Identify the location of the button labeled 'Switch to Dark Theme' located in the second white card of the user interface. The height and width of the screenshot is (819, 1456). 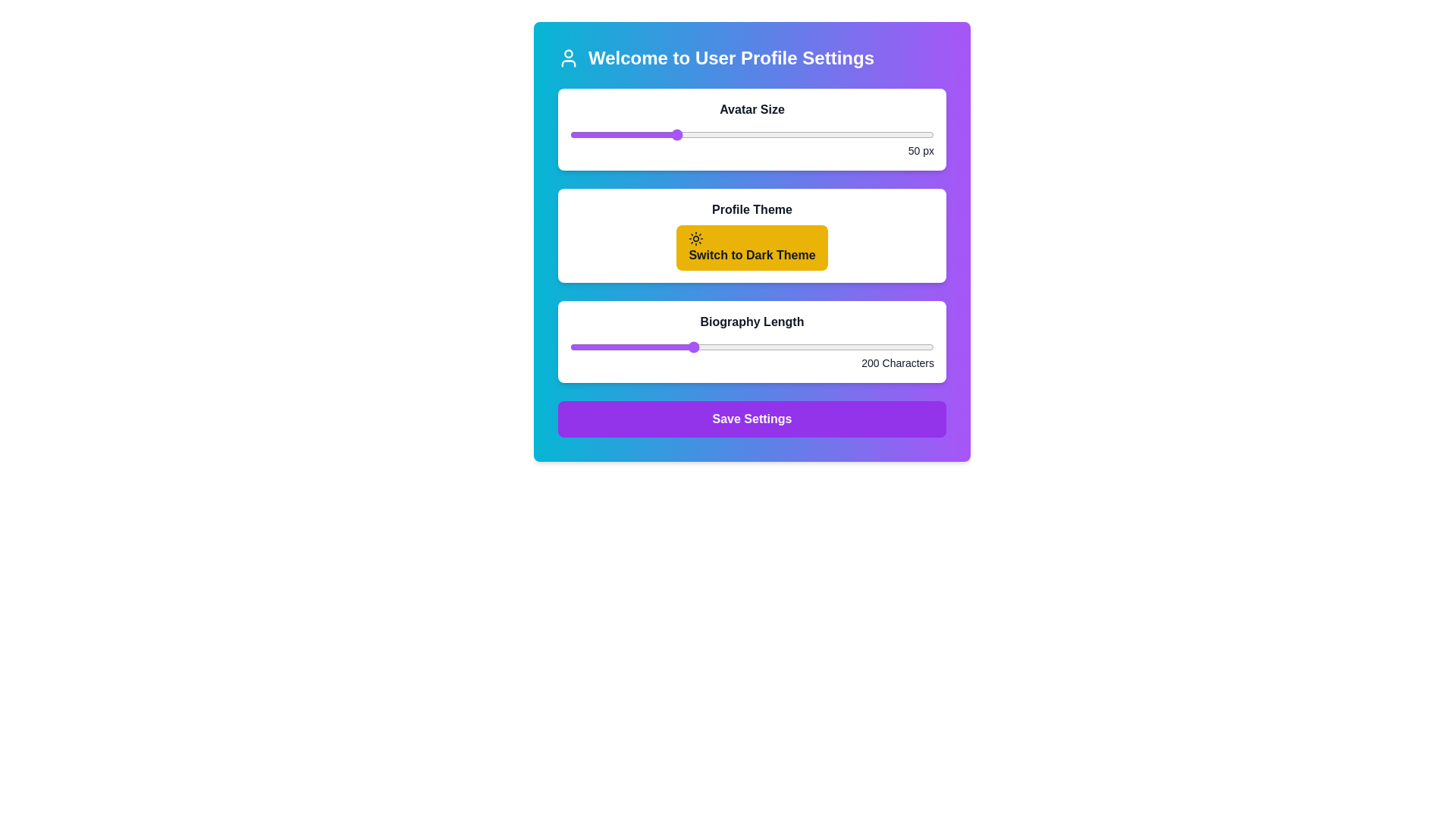
(752, 236).